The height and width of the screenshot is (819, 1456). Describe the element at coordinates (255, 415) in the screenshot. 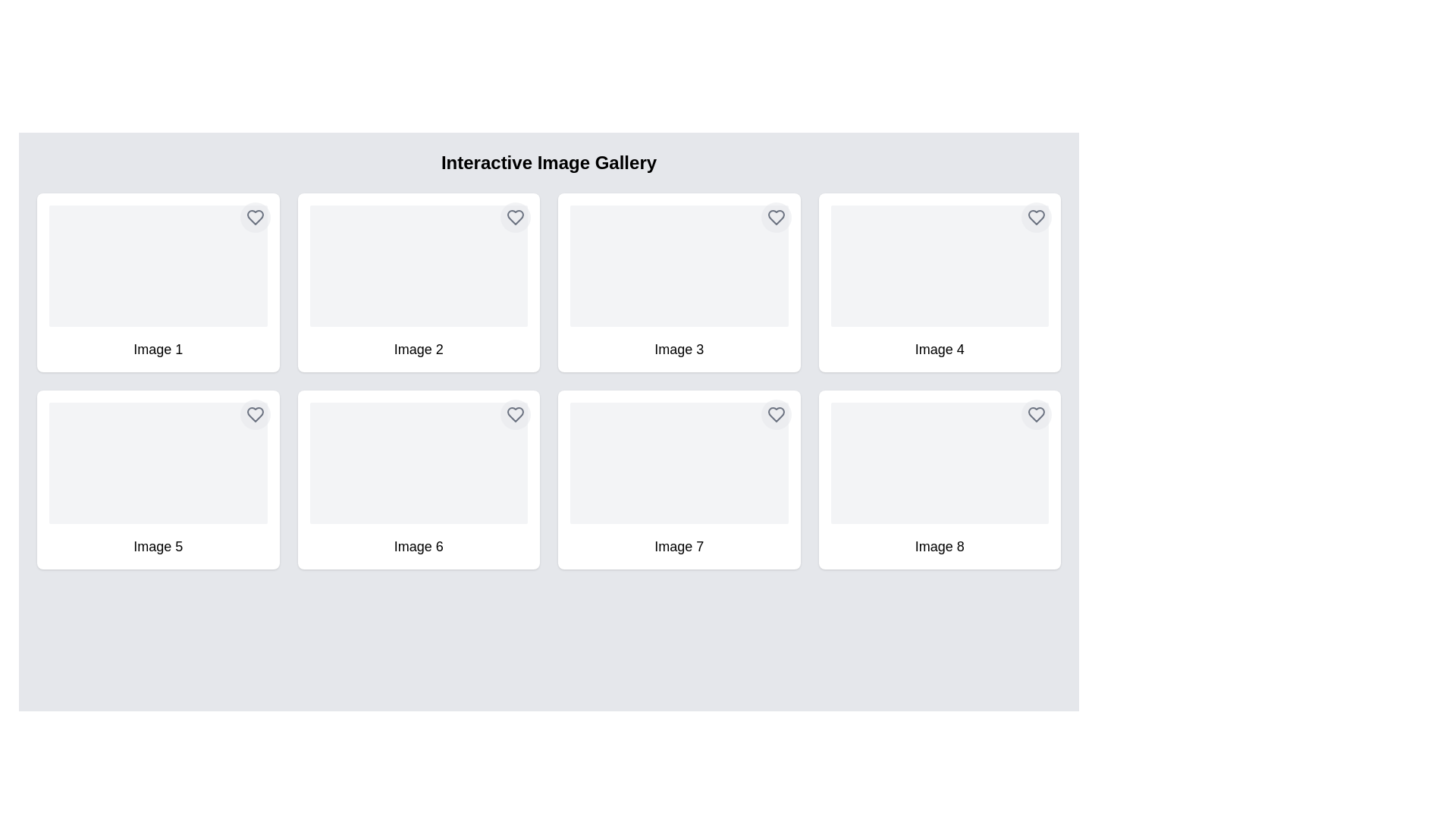

I see `the favorite/like button with an icon located in the top-right corner of the card labeled 'Image 5'` at that location.